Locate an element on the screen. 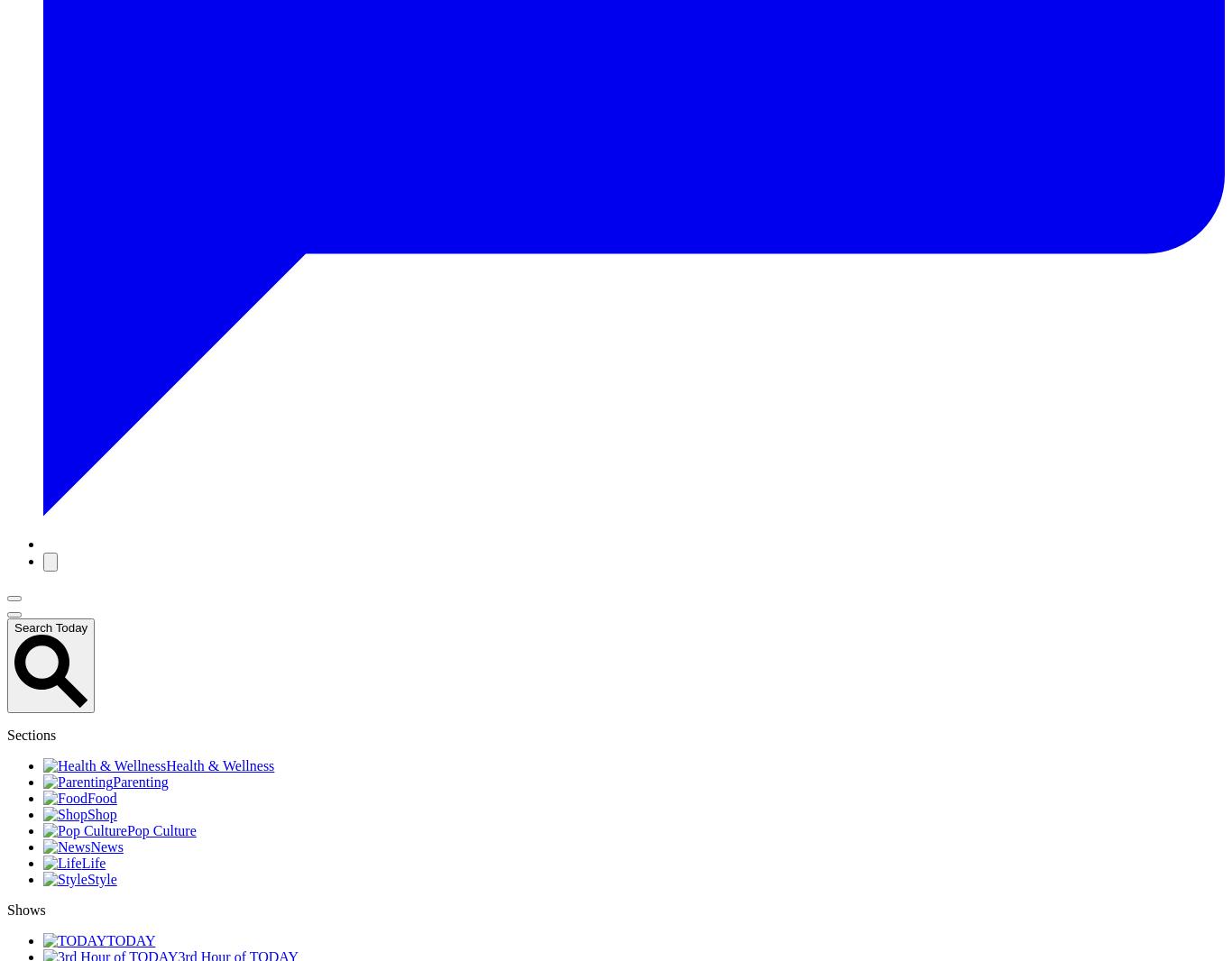 This screenshot has width=1232, height=961. 'Shop' is located at coordinates (101, 814).